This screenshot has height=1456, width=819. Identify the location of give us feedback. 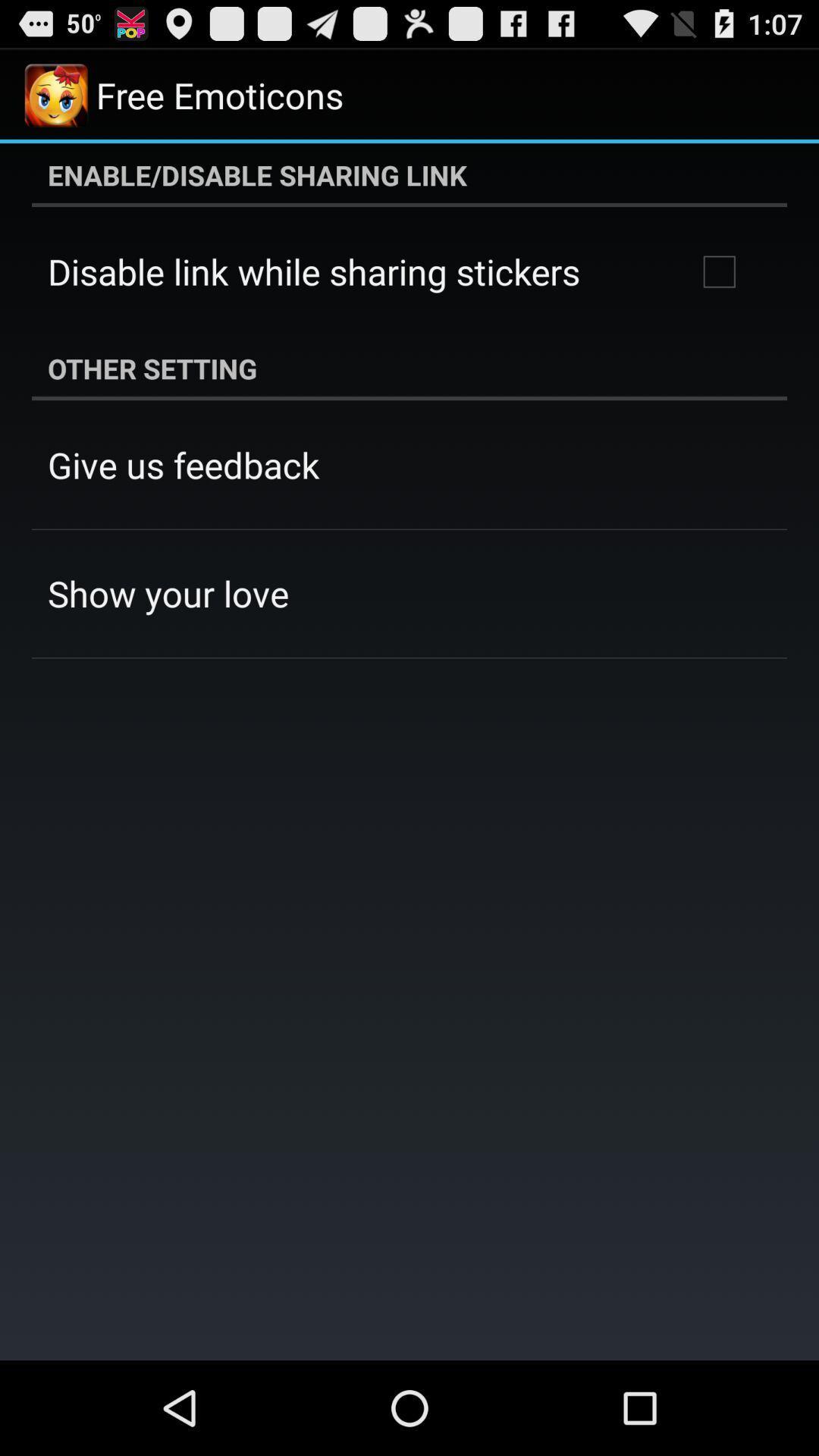
(183, 464).